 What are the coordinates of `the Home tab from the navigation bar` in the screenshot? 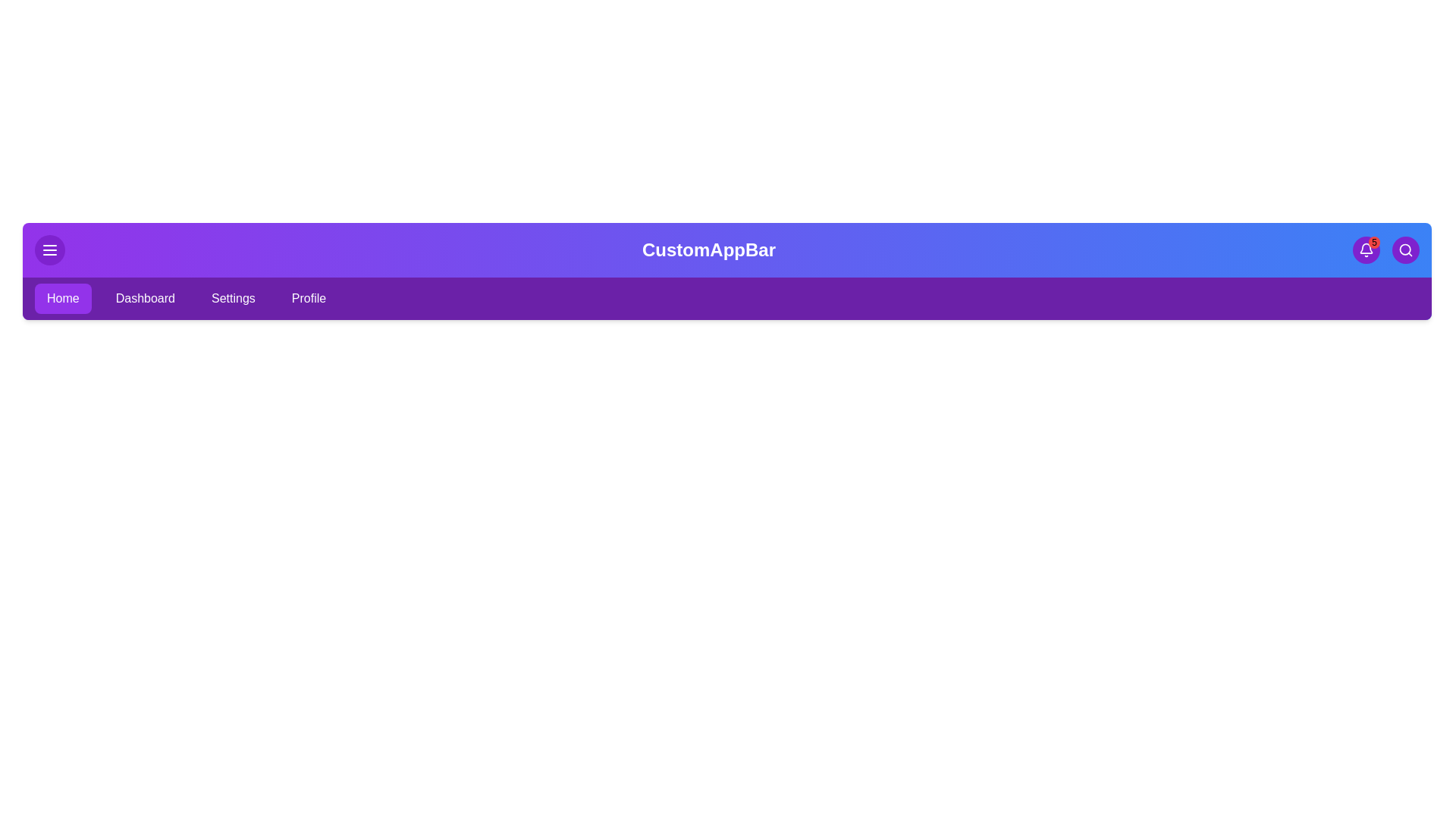 It's located at (61, 298).